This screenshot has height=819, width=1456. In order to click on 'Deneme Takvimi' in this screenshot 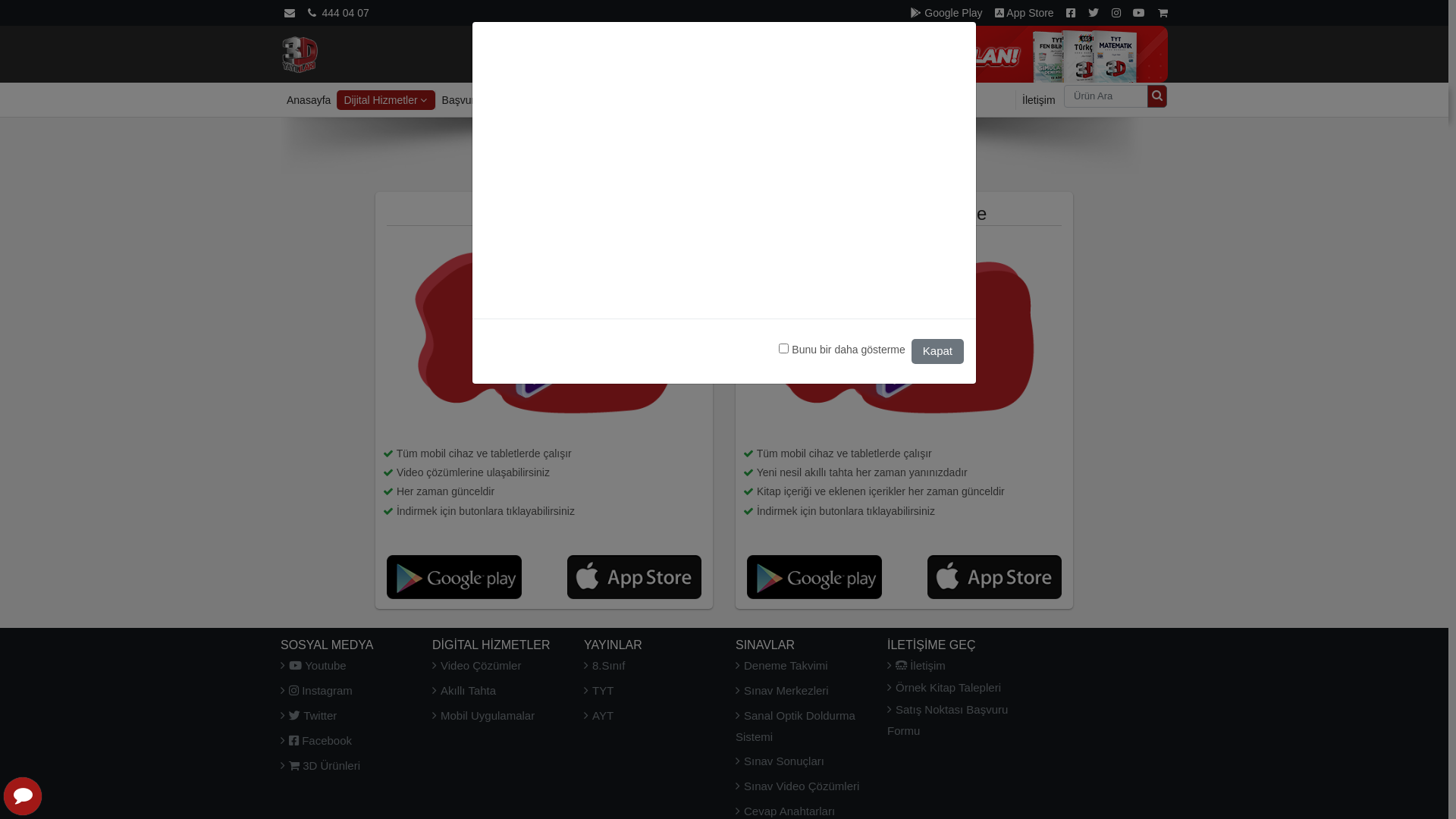, I will do `click(782, 664)`.